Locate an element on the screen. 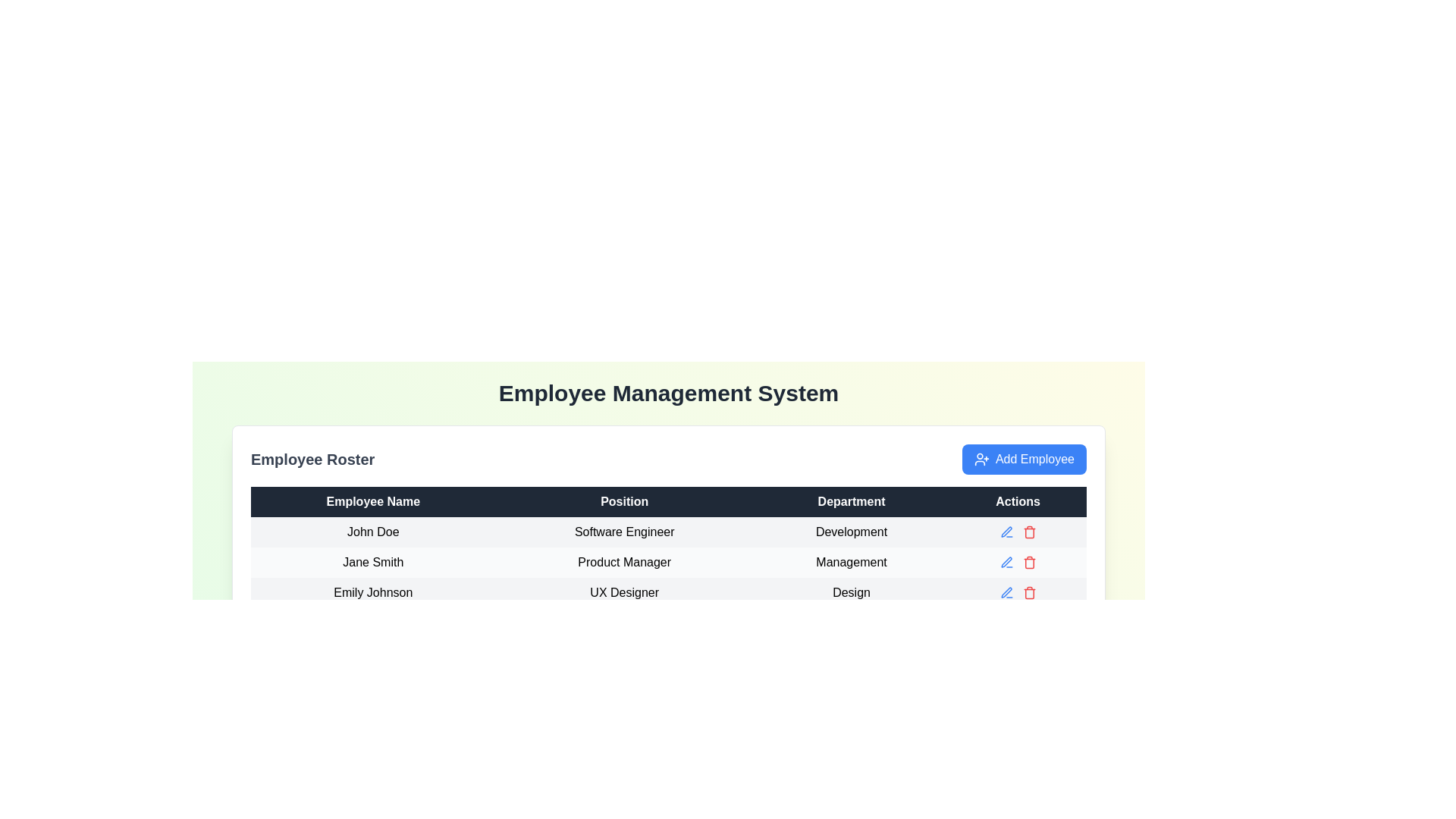 The image size is (1456, 819). the edit icon located in the last cell of the row for 'Jane Smith' under the 'Actions' heading in the fourth column of the table to modify the entry is located at coordinates (1018, 562).